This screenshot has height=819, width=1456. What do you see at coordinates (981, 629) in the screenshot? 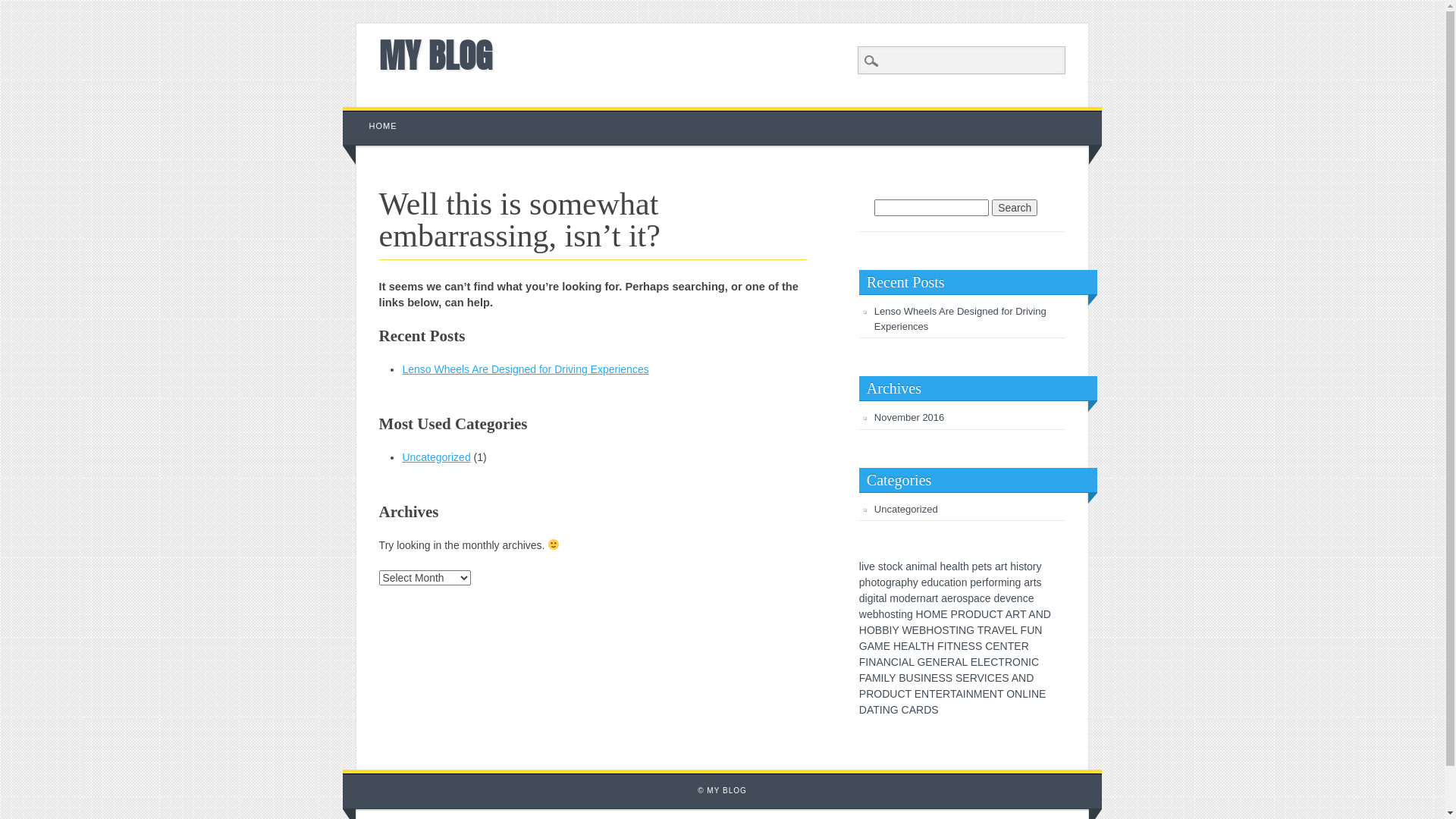
I see `'T'` at bounding box center [981, 629].